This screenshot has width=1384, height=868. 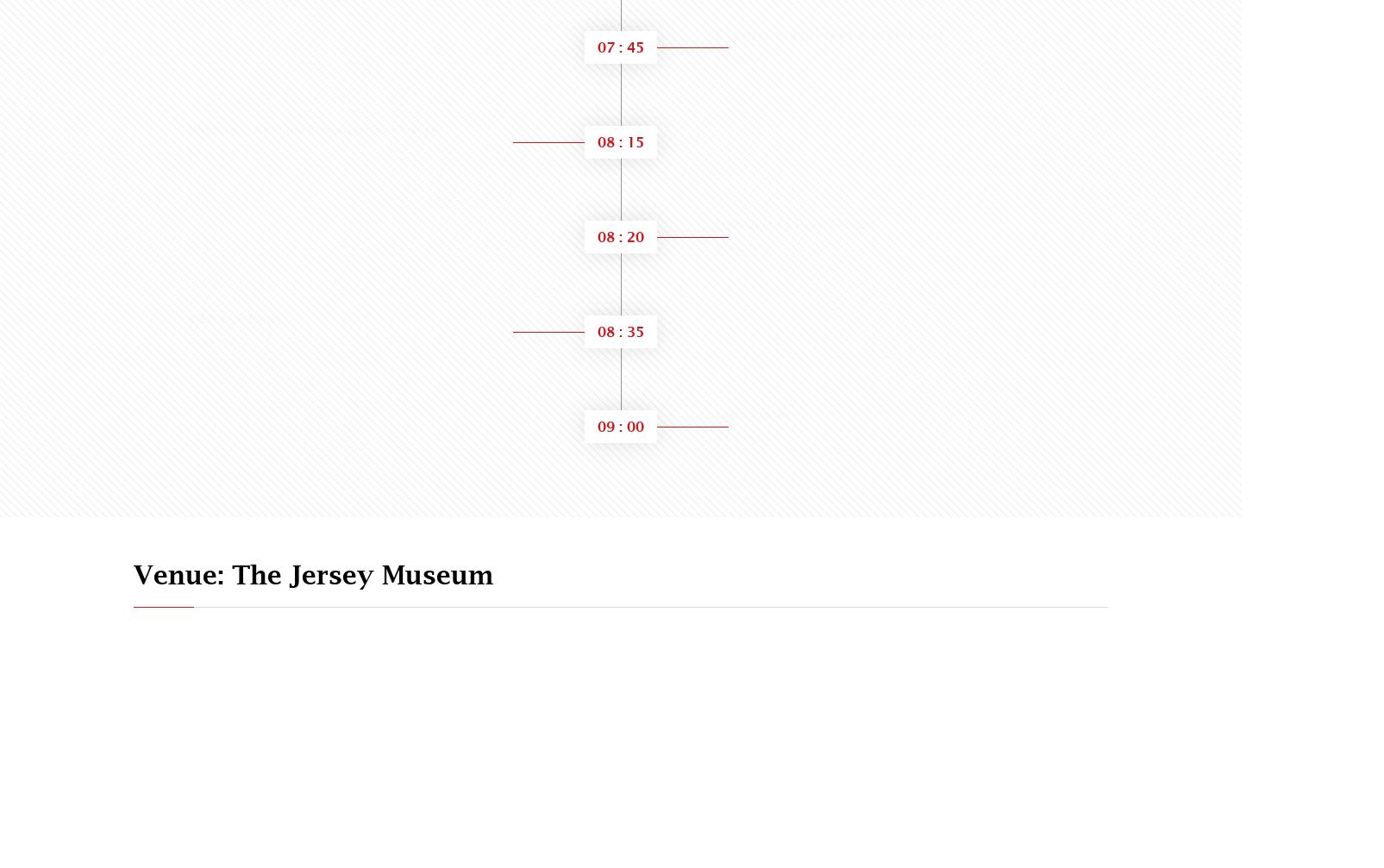 What do you see at coordinates (794, 223) in the screenshot?
I see `'Myth Busting Panel Session'` at bounding box center [794, 223].